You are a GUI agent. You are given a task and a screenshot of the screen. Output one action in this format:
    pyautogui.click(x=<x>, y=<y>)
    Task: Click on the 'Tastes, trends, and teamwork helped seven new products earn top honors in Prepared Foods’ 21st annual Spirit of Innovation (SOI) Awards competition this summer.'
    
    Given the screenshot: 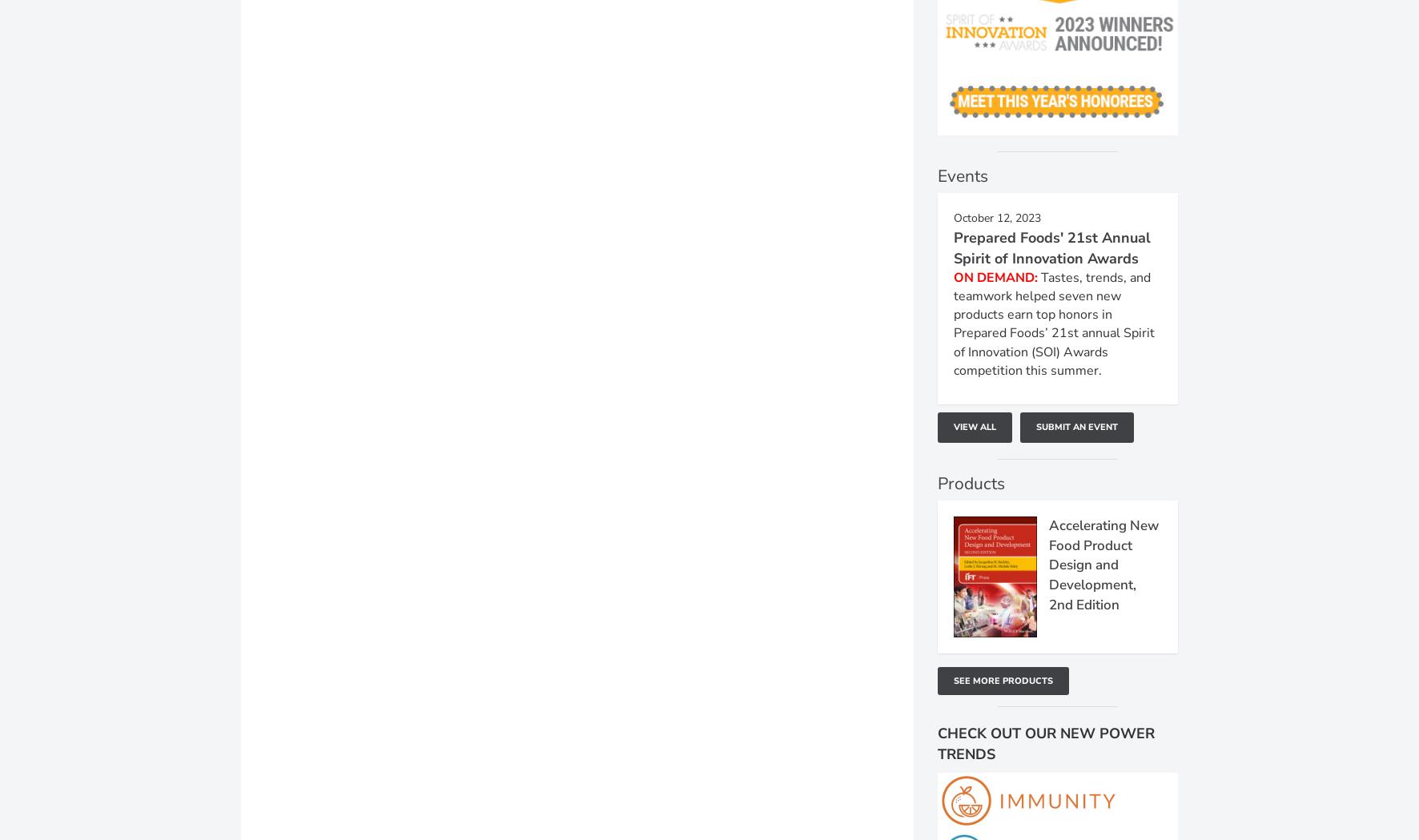 What is the action you would take?
    pyautogui.click(x=1054, y=323)
    